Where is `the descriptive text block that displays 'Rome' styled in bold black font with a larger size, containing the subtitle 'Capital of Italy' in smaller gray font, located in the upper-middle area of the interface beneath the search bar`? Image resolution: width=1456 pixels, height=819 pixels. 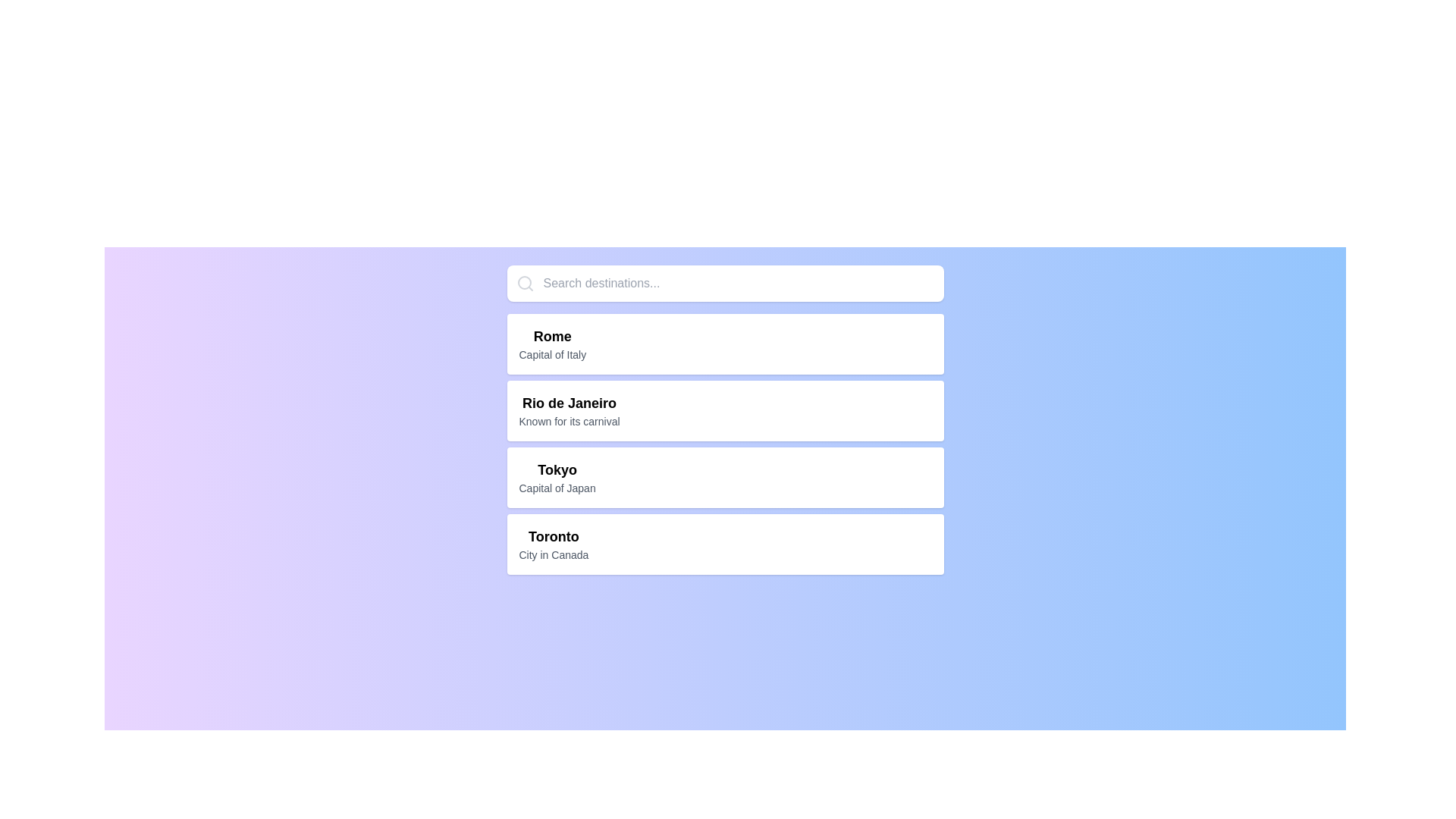 the descriptive text block that displays 'Rome' styled in bold black font with a larger size, containing the subtitle 'Capital of Italy' in smaller gray font, located in the upper-middle area of the interface beneath the search bar is located at coordinates (551, 344).